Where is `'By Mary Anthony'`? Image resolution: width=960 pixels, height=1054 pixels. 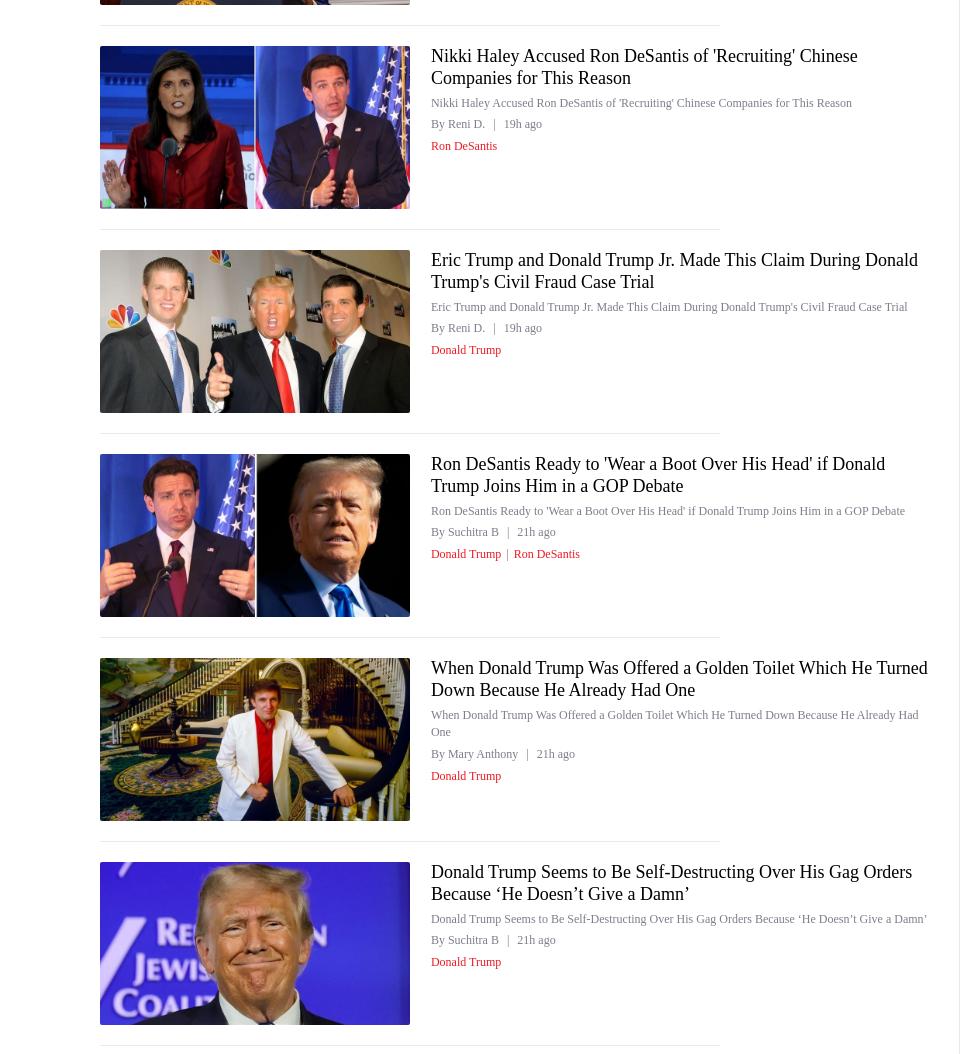
'By Mary Anthony' is located at coordinates (475, 752).